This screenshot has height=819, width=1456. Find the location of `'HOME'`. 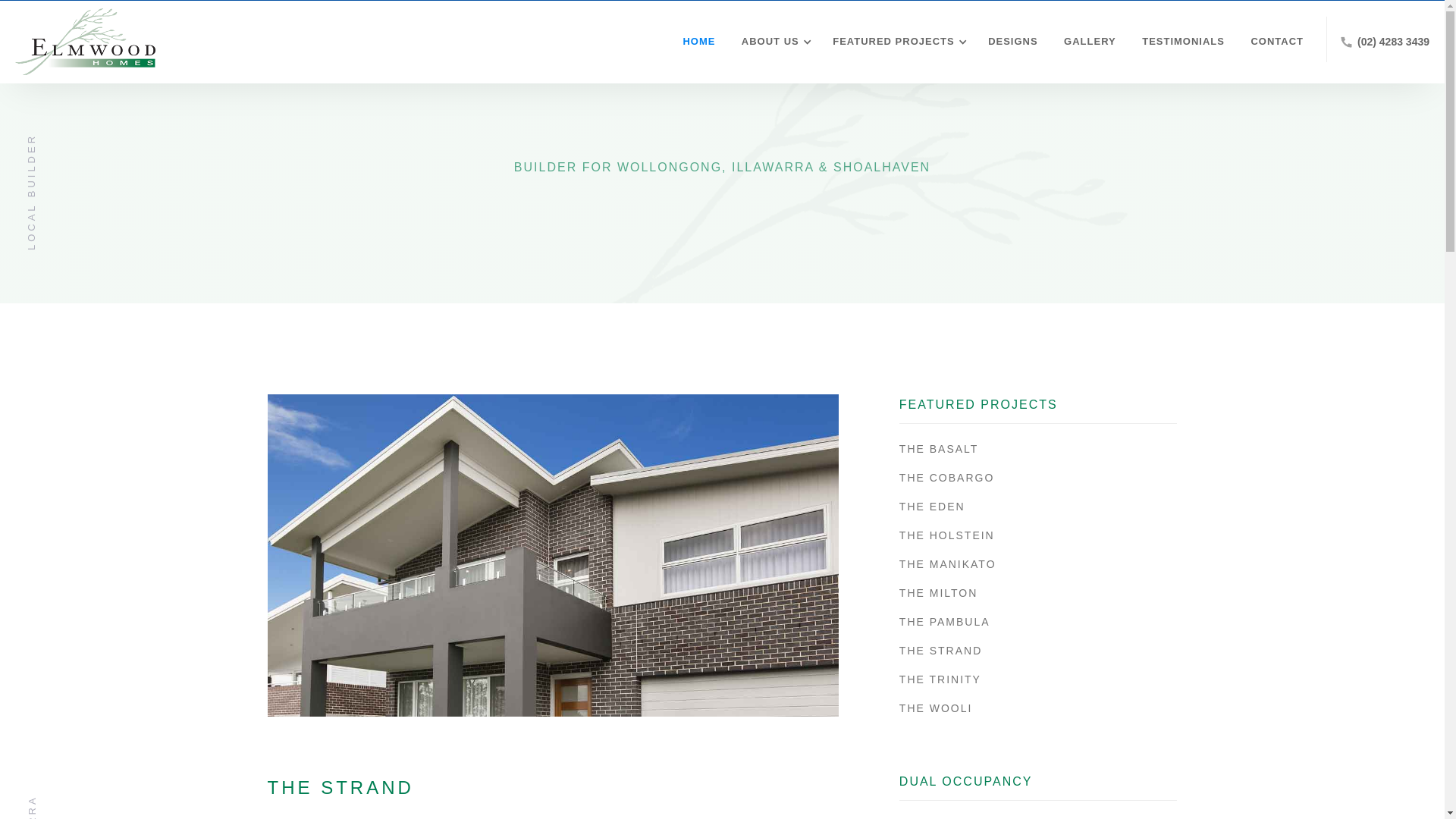

'HOME' is located at coordinates (667, 40).